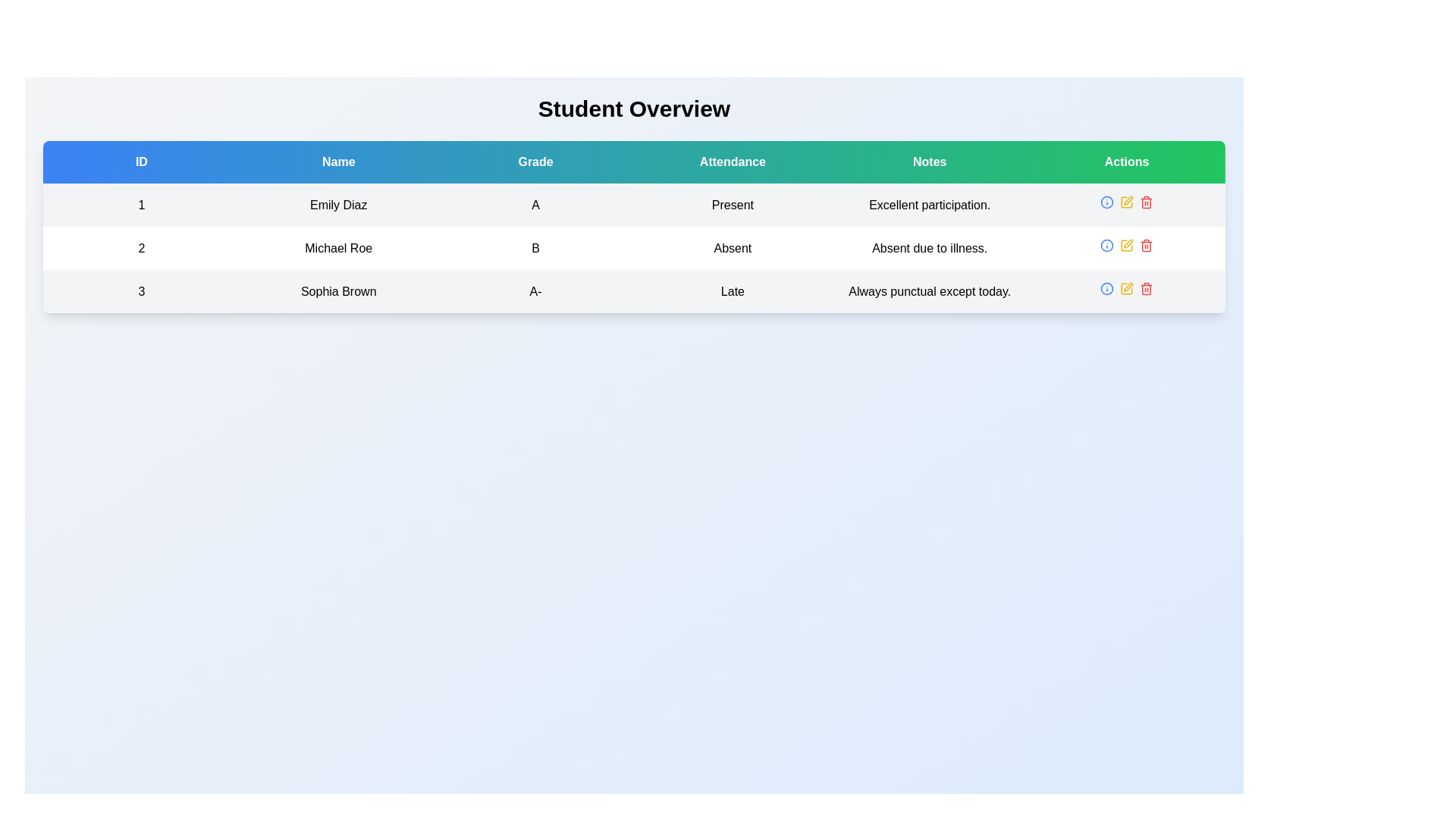 The image size is (1456, 819). Describe the element at coordinates (141, 291) in the screenshot. I see `the text label displaying '3'` at that location.